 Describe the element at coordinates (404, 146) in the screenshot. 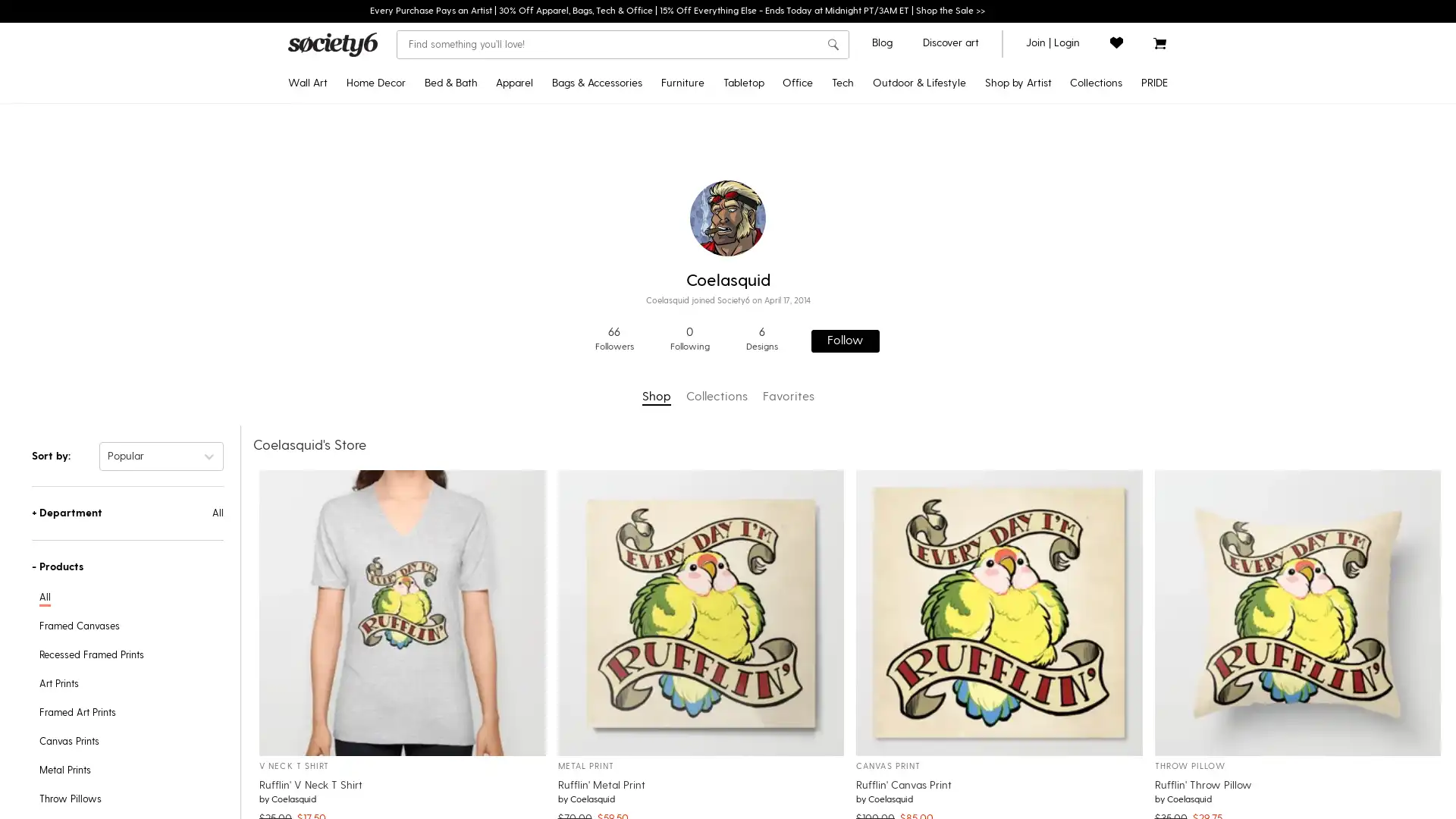

I see `Throw Pillows` at that location.